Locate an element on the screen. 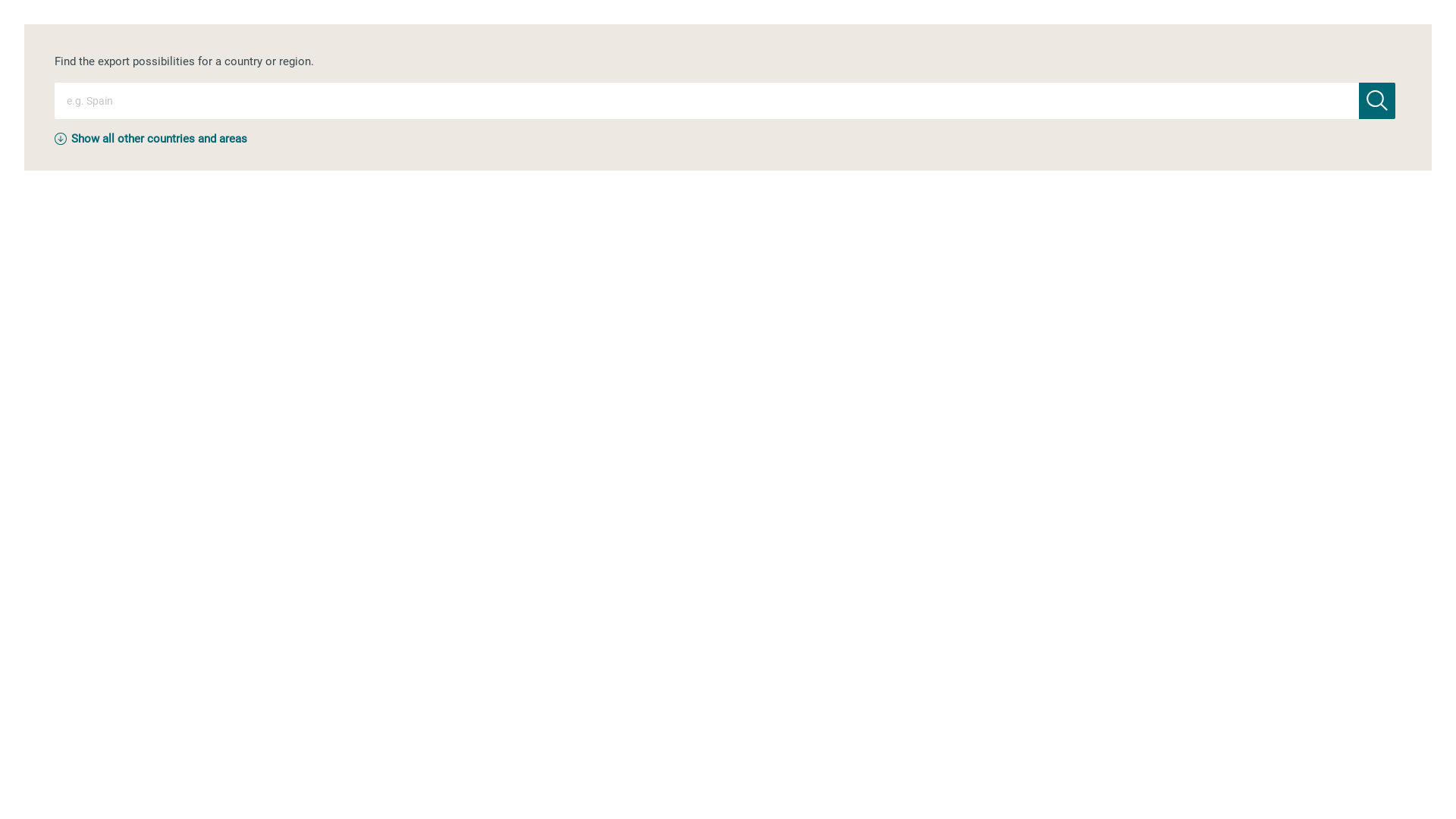  'Show all other countries and areas' is located at coordinates (159, 138).